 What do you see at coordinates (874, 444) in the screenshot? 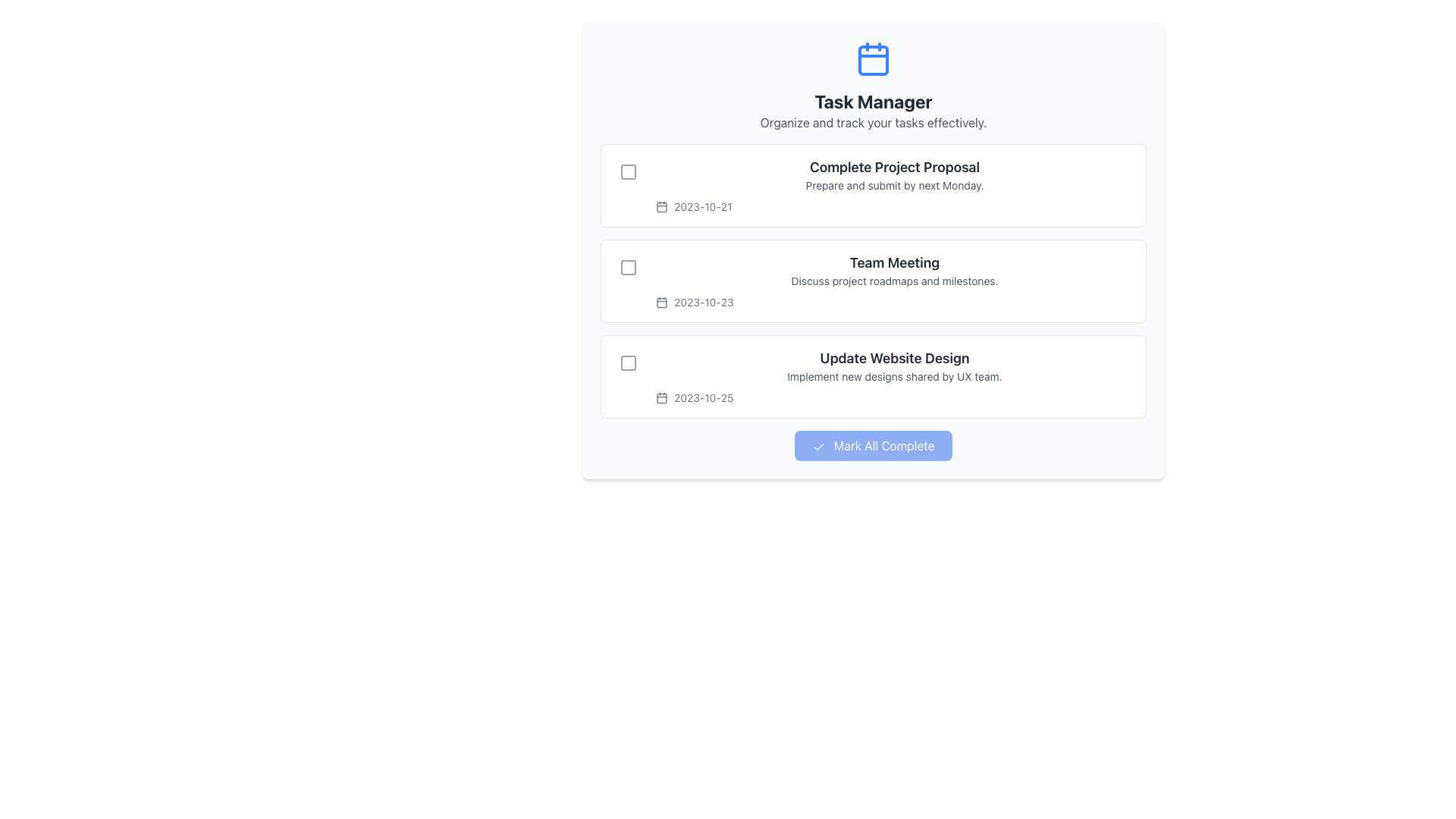
I see `the 'Mark All Complete' button with a blue background and white text, located at the bottom of the Task Manager interface` at bounding box center [874, 444].